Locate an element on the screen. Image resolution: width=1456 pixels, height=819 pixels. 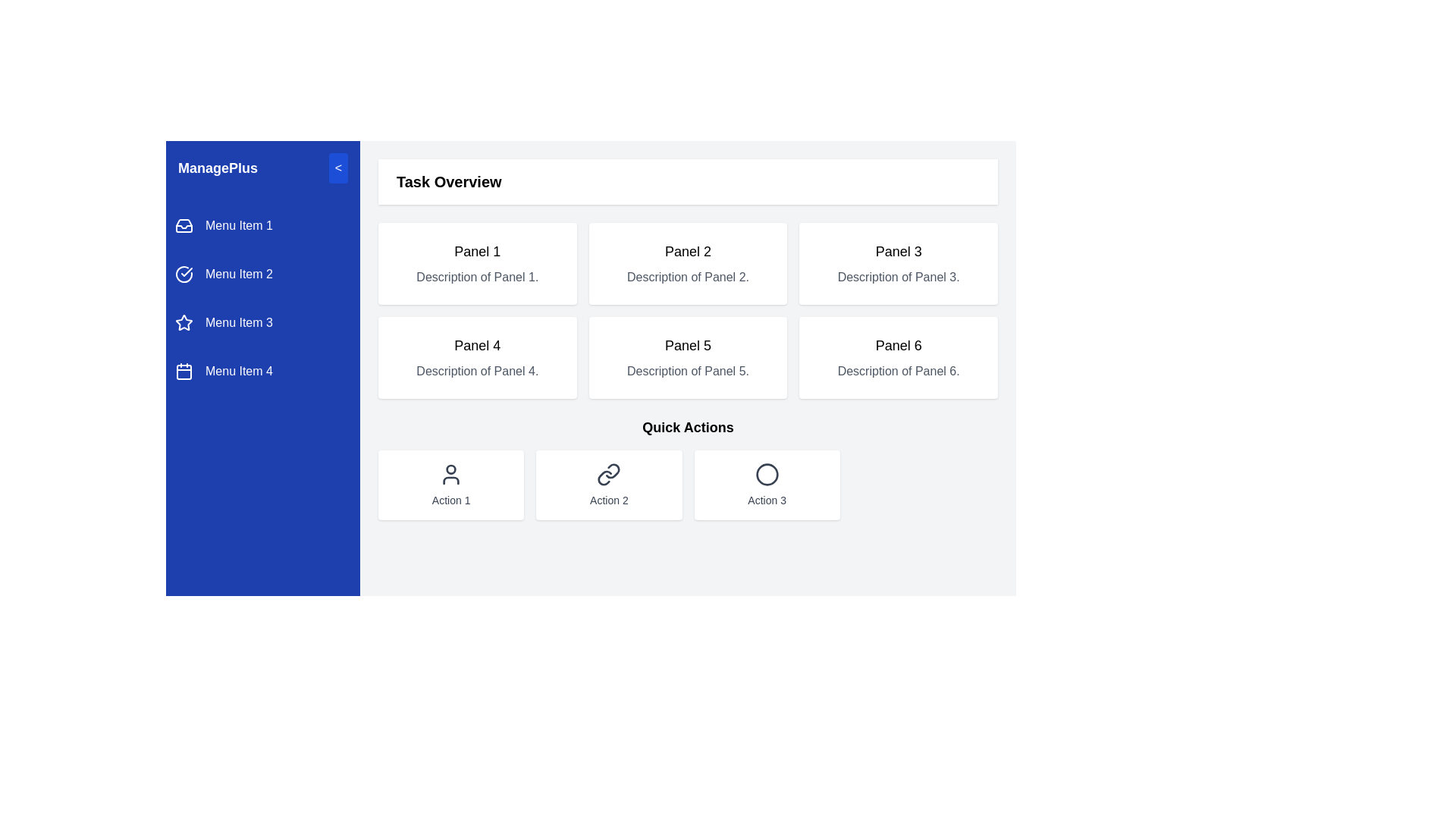
'Panel 2', the second informational card in the top row of the grid, to interact with it is located at coordinates (687, 262).